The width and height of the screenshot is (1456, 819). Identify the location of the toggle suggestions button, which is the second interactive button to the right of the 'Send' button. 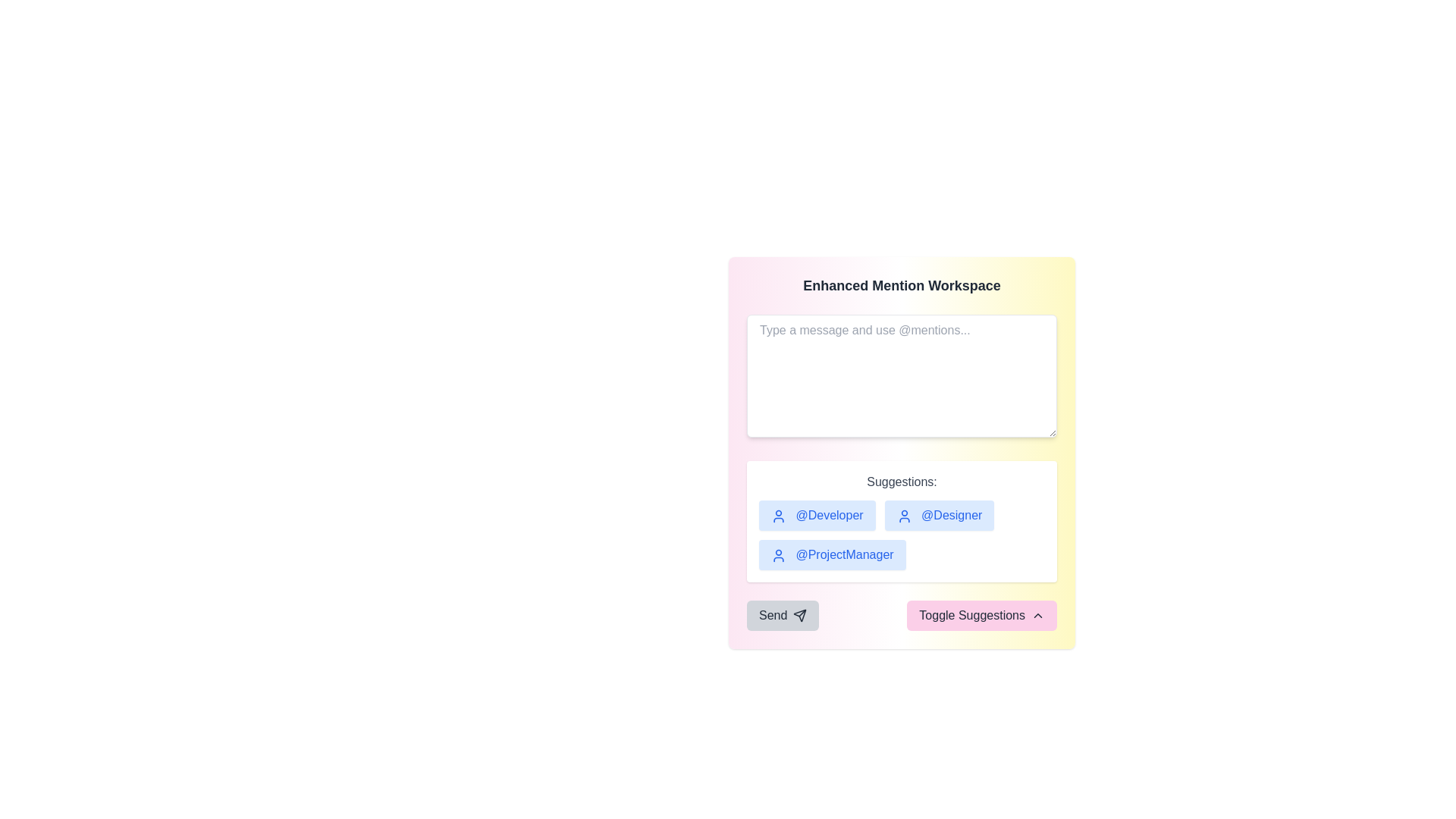
(982, 616).